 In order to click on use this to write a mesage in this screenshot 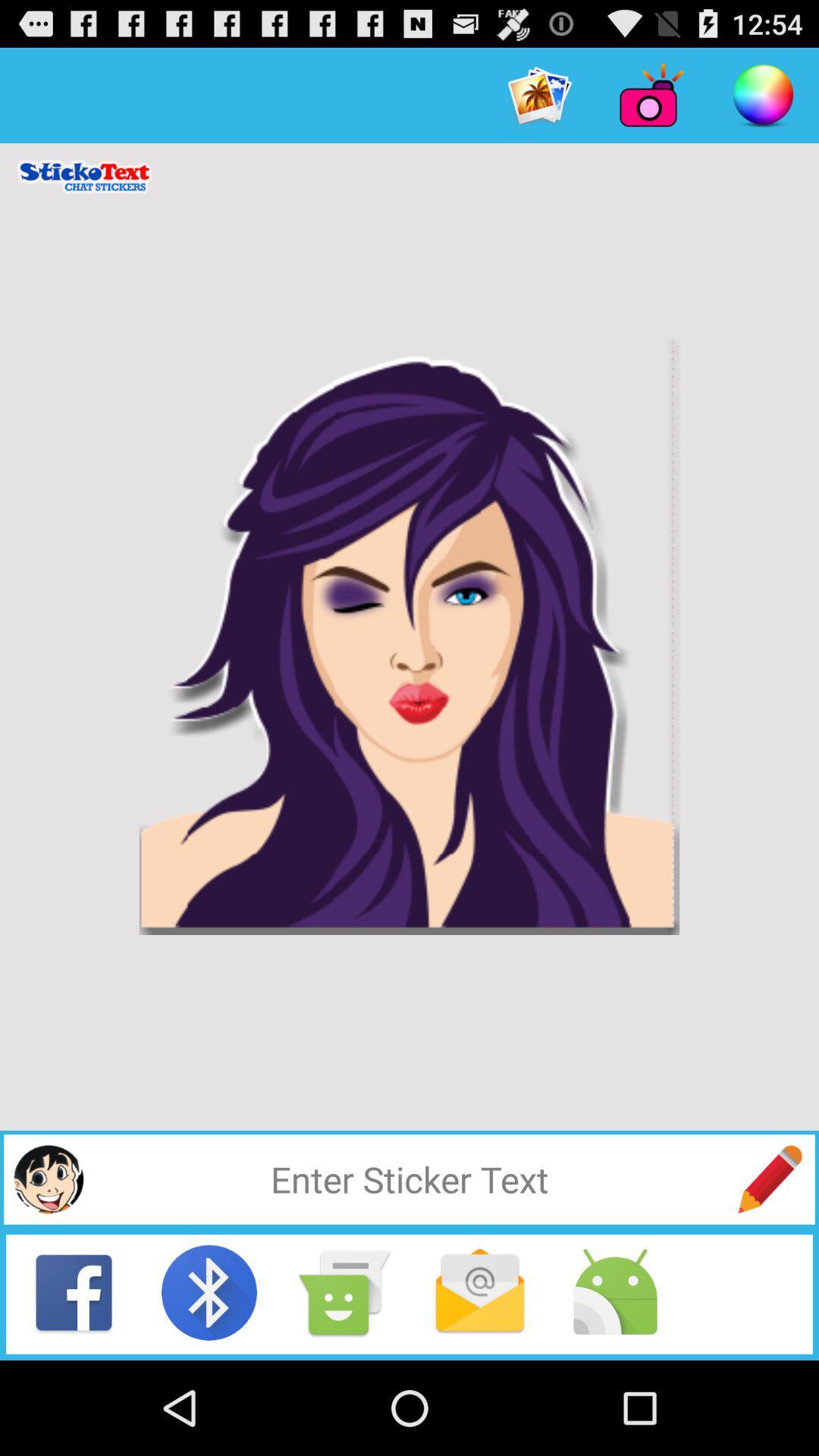, I will do `click(770, 1178)`.